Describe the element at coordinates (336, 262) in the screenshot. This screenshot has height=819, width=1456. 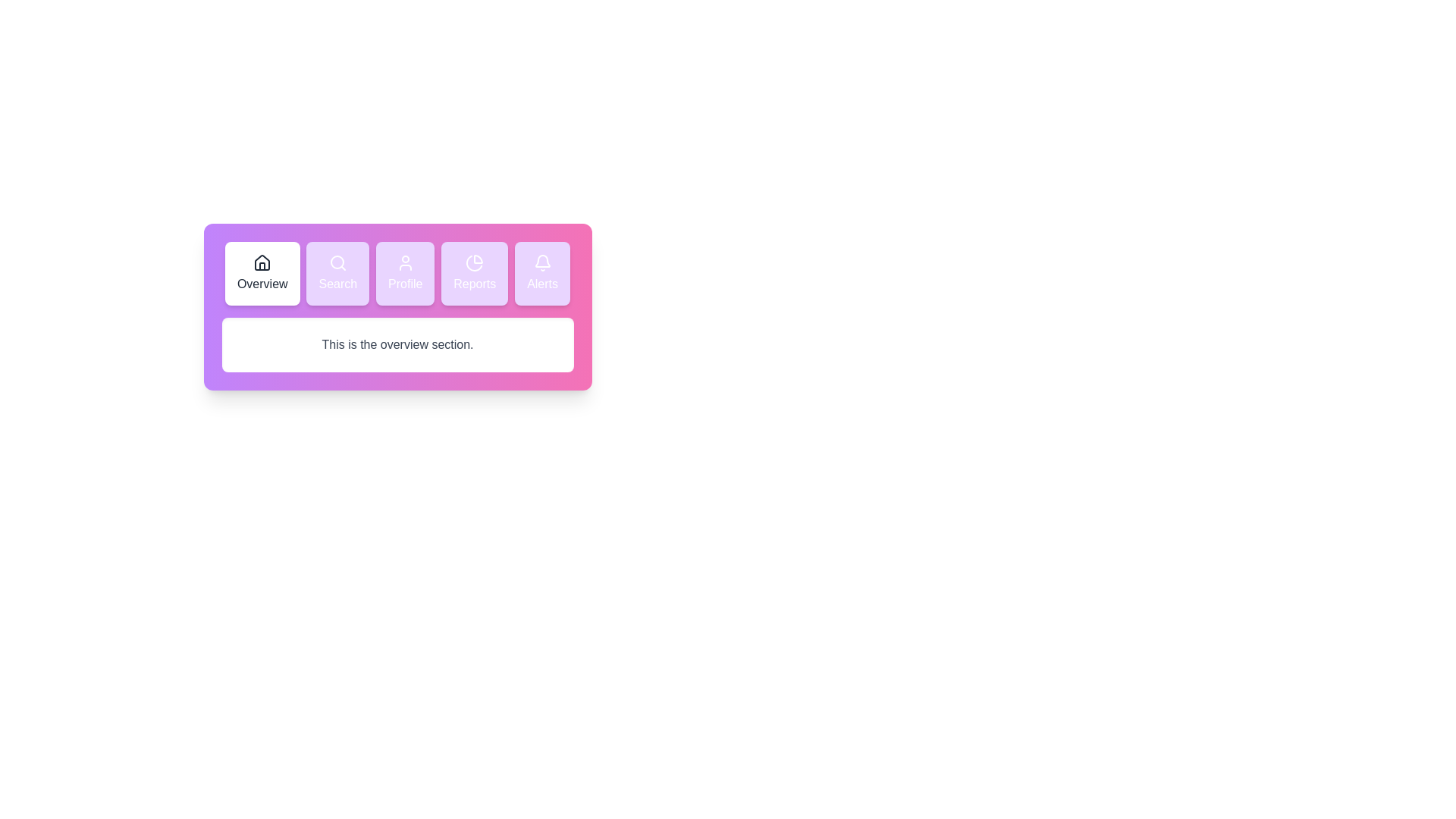
I see `the circular part of the 'Search' icon, which is the second button from the left in a horizontal menu bar with five buttons` at that location.